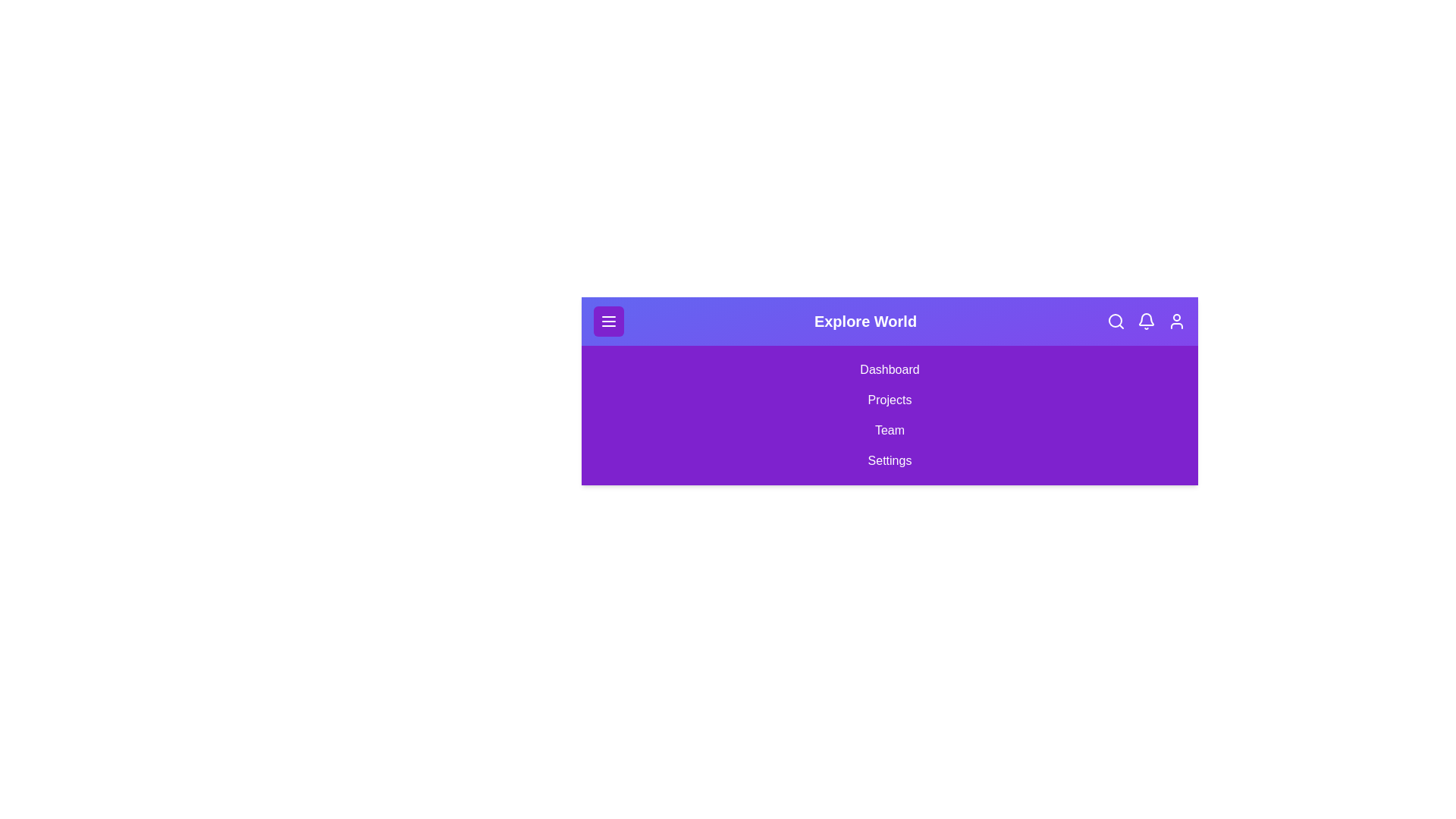 This screenshot has height=819, width=1456. Describe the element at coordinates (890, 400) in the screenshot. I see `the 'Projects' text in the menu` at that location.